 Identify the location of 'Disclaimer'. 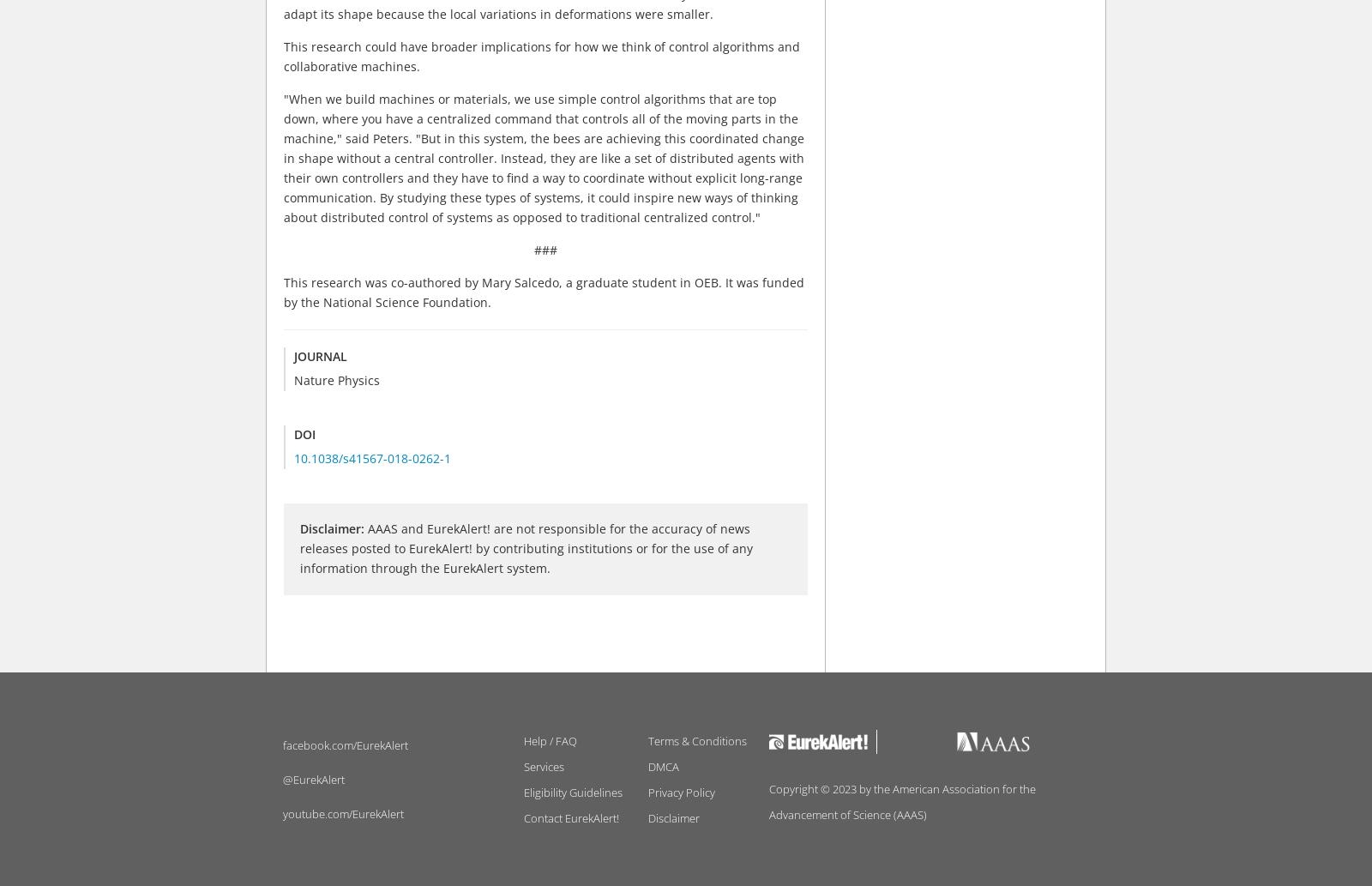
(673, 817).